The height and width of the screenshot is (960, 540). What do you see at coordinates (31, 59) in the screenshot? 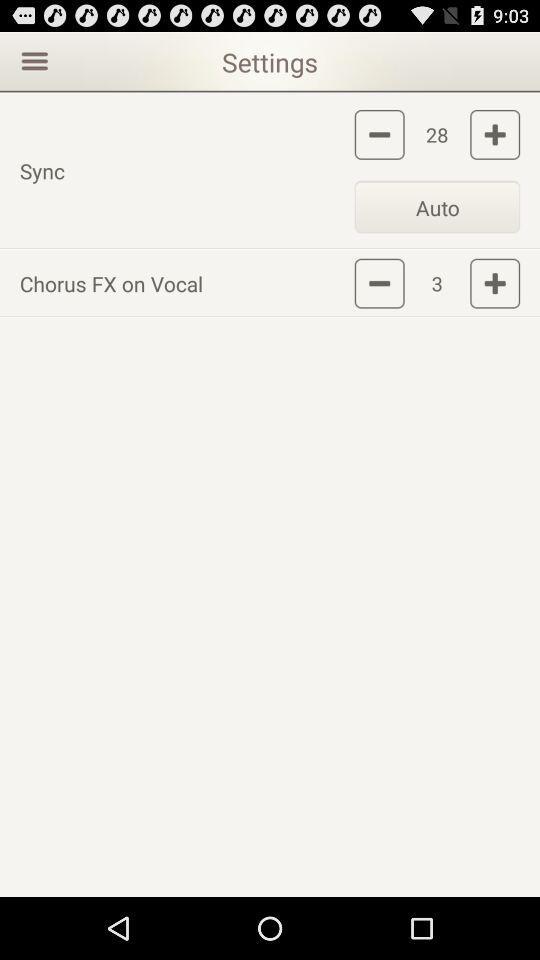
I see `open up menu` at bounding box center [31, 59].